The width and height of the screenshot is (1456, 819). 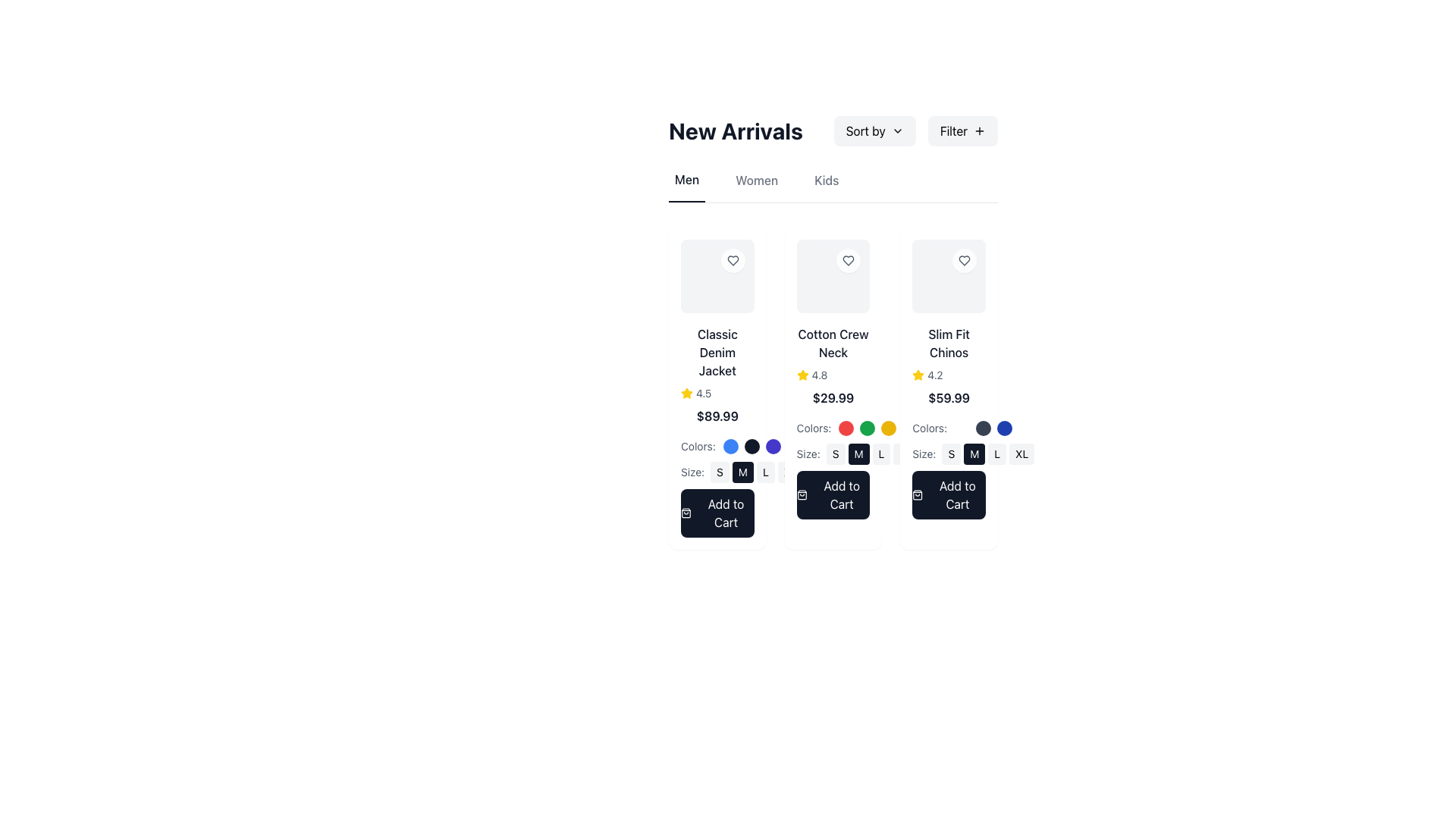 I want to click on the price label displaying the cost of the 'Classic Denim Jacket', which is located below the product title and rating information, and above the color selection options, so click(x=717, y=416).